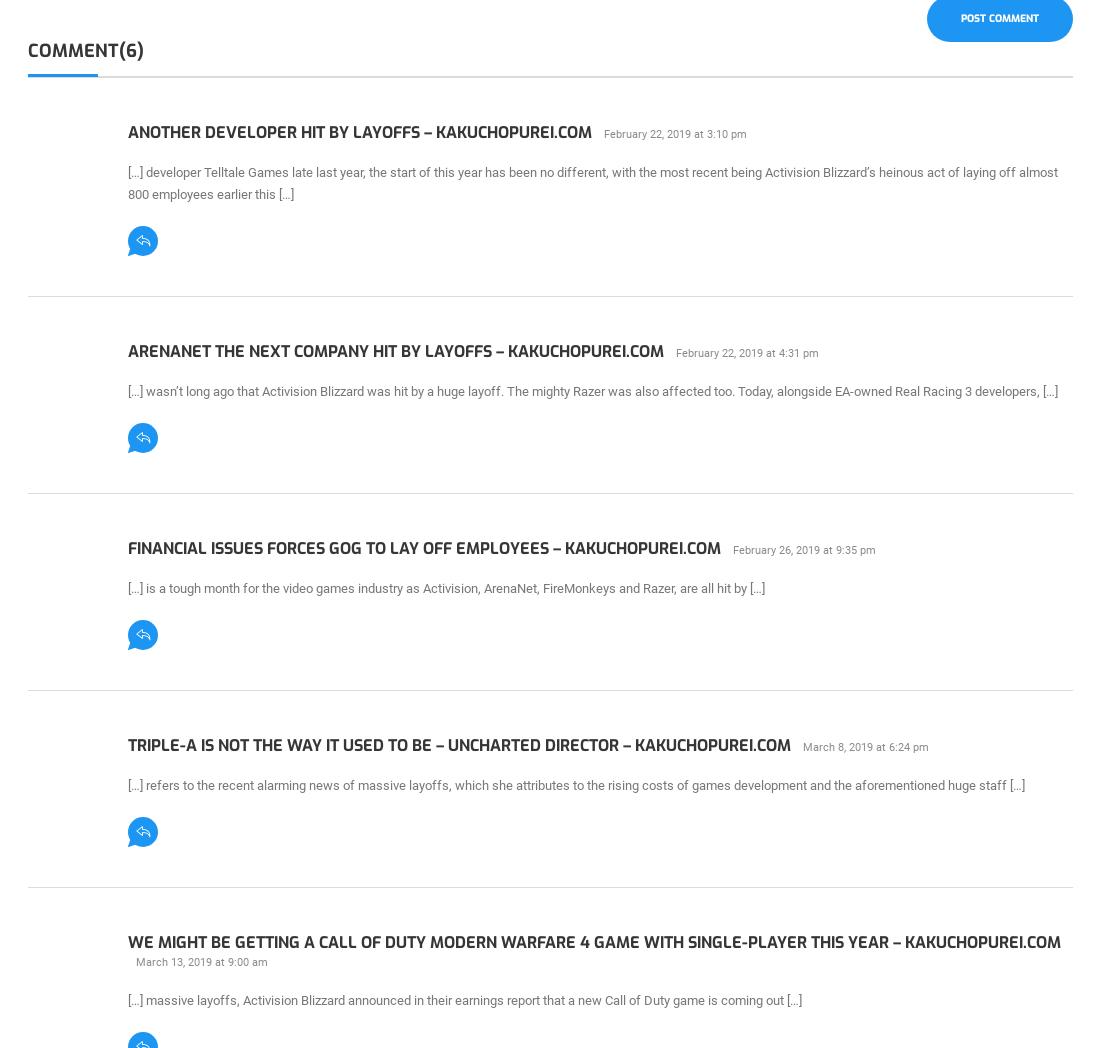  What do you see at coordinates (444, 587) in the screenshot?
I see `'[…] is a tough month for the video games industry as Activision, ArenaNet, FireMonkeys and Razer, are all hit by […]'` at bounding box center [444, 587].